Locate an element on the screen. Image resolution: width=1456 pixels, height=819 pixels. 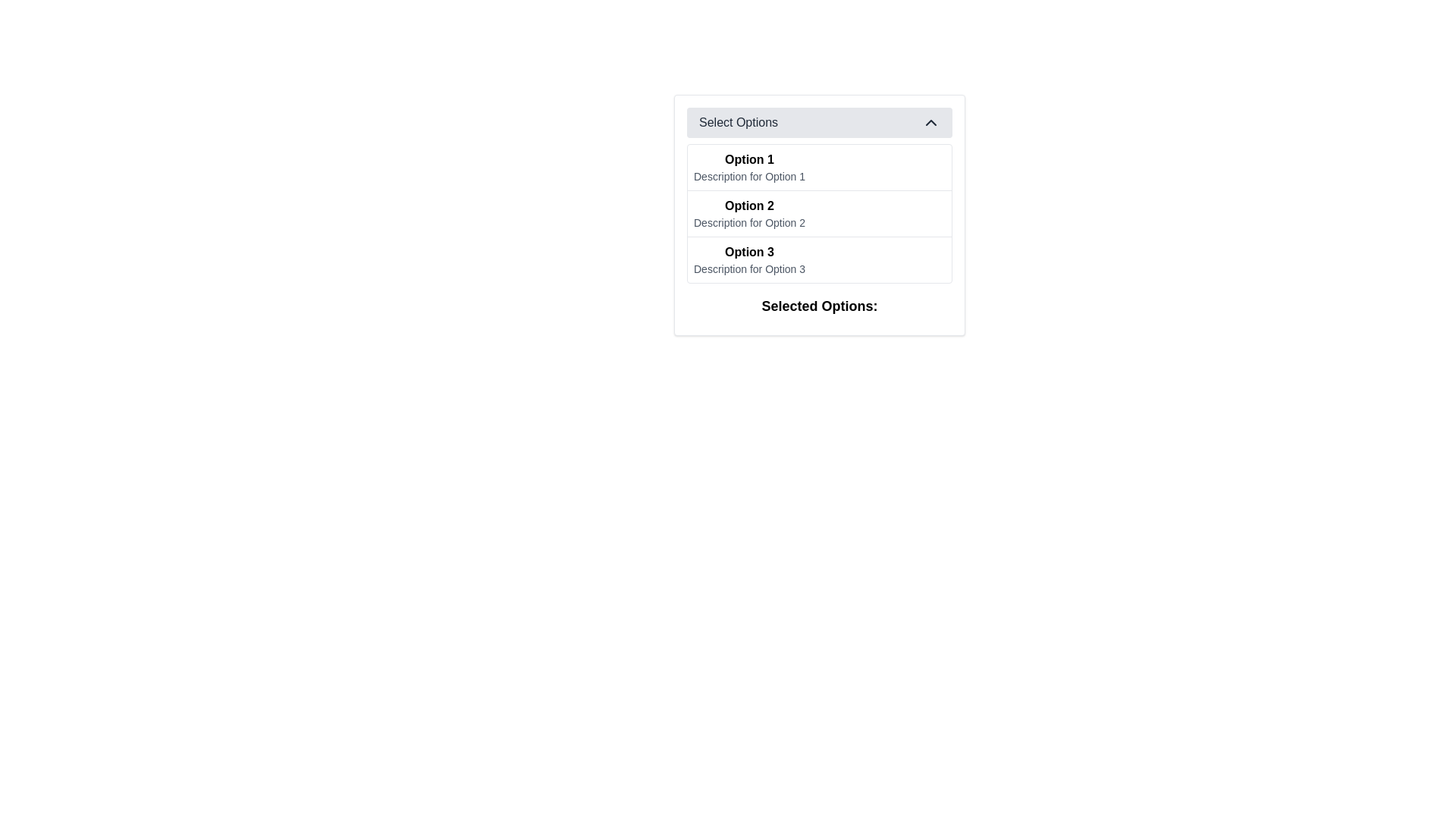
the third selectable list item labeled 'Option 3', which is styled to highlight on hover and contains a description below it is located at coordinates (818, 259).